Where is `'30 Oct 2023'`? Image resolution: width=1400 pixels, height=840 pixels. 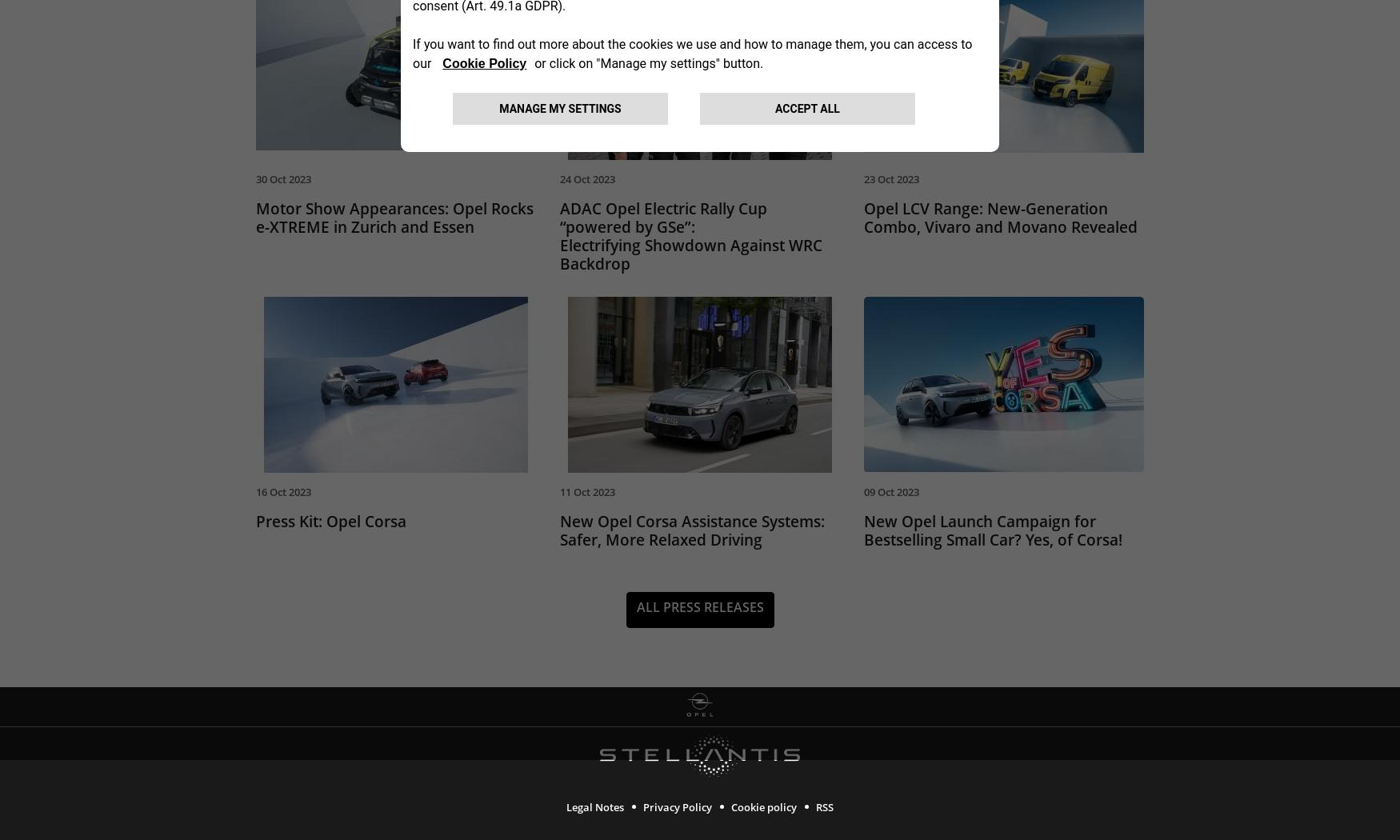
'30 Oct 2023' is located at coordinates (283, 178).